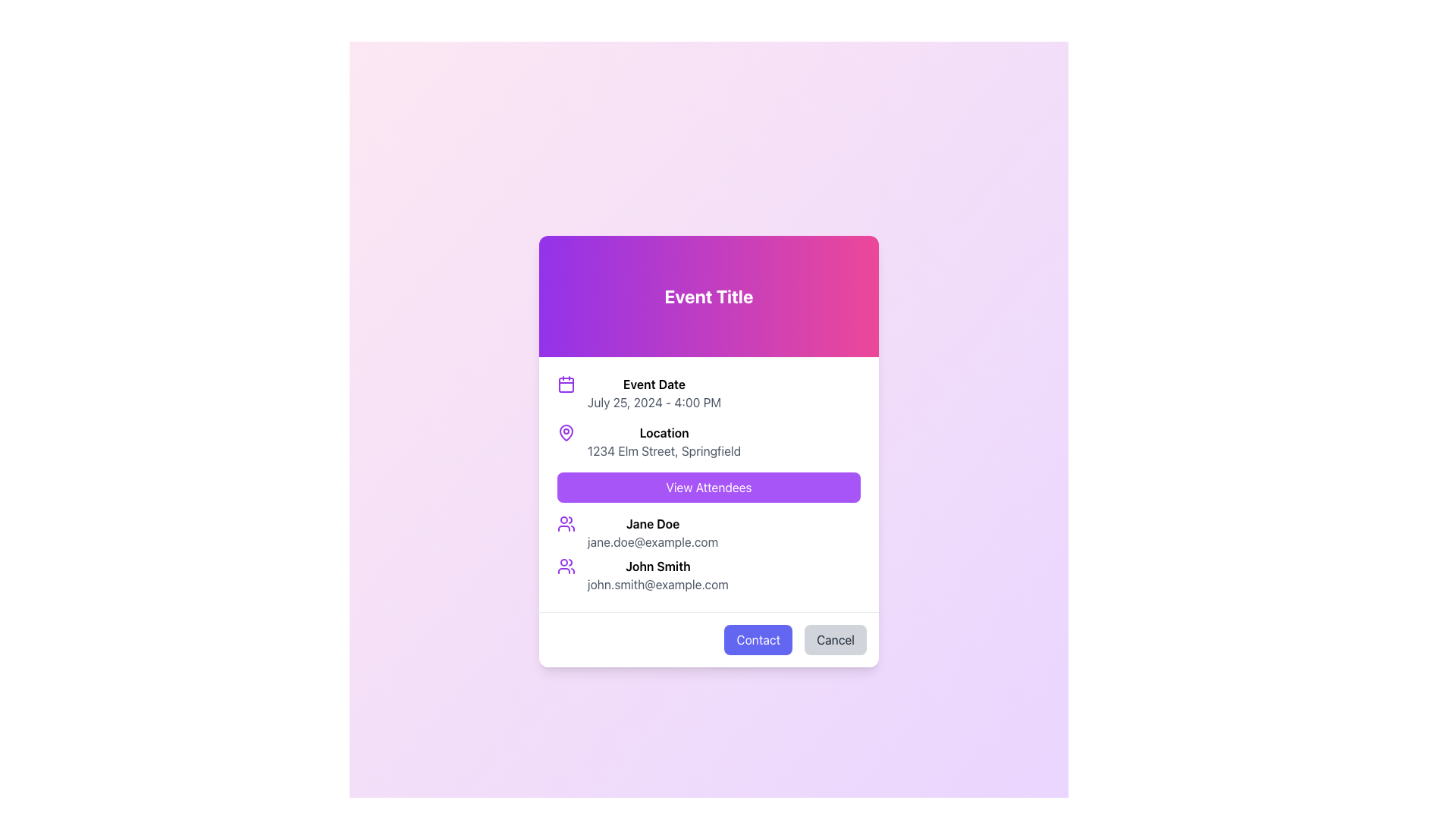 The image size is (1456, 819). What do you see at coordinates (566, 432) in the screenshot?
I see `the location icon, which is positioned directly to the left of the bold header text 'Location'` at bounding box center [566, 432].